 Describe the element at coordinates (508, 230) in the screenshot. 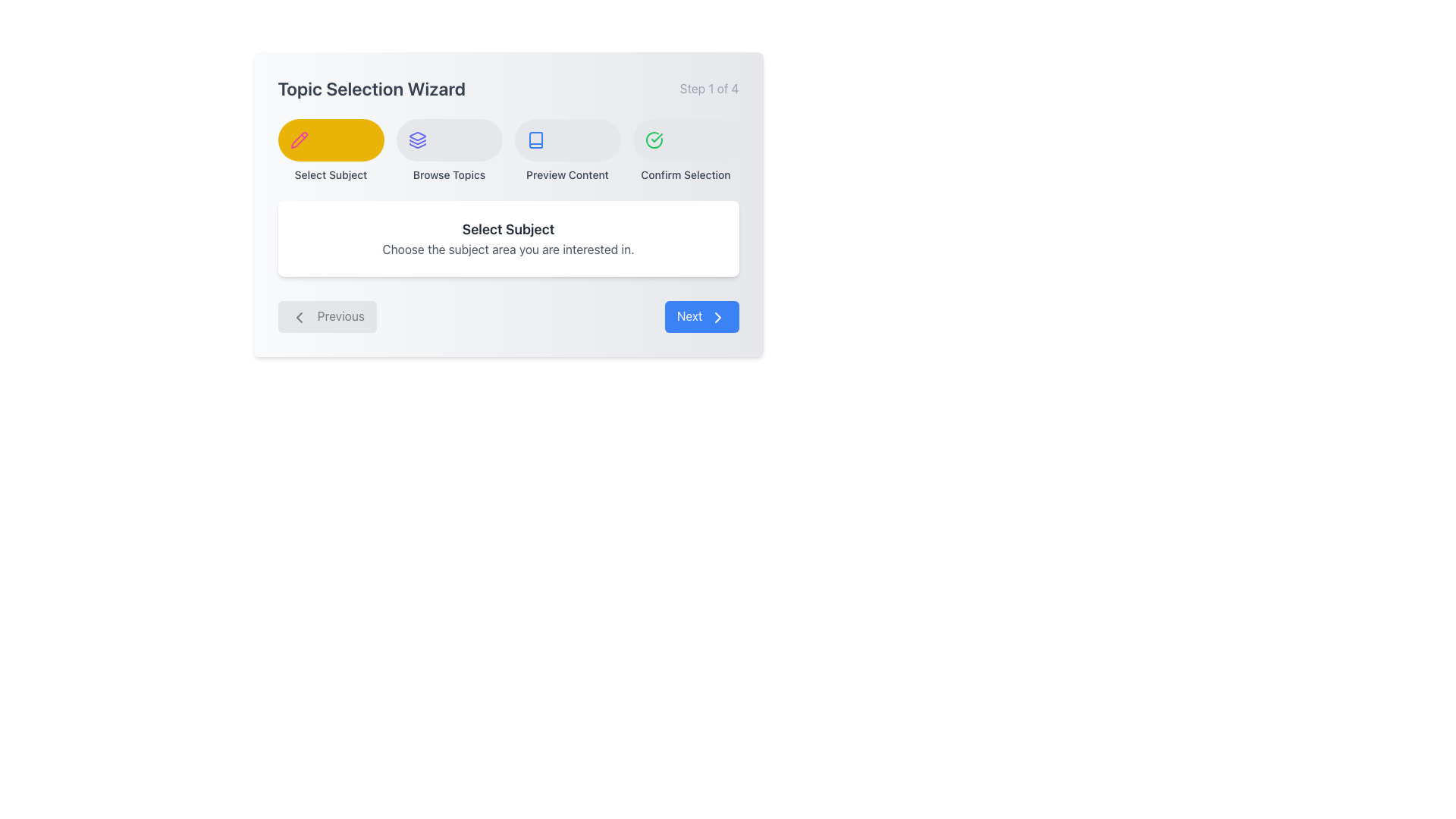

I see `the 'Select Subject' text label, which is a bold, gray-colored font positioned above the description text in the center section of the interface` at that location.